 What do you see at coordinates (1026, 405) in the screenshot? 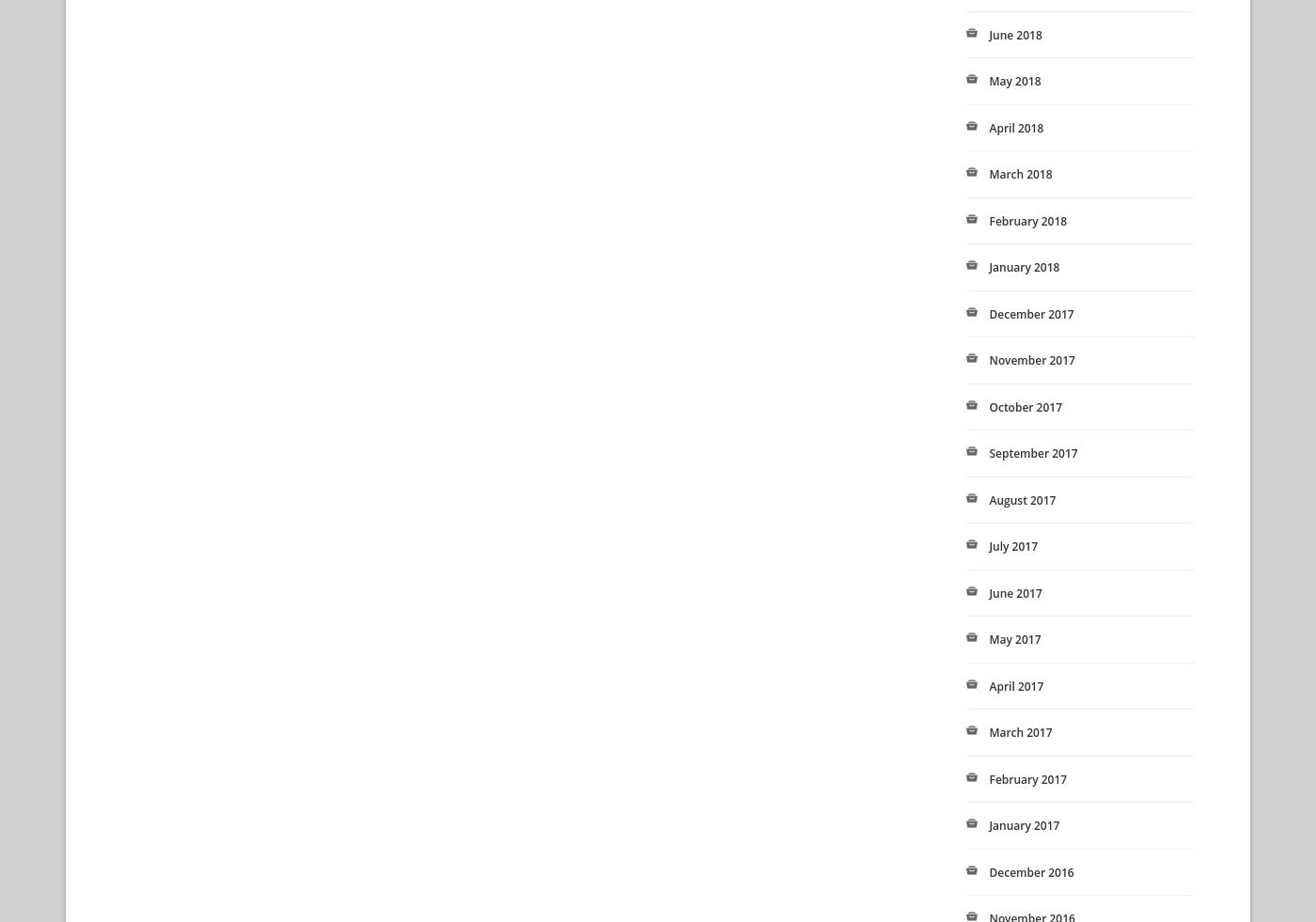
I see `'October 2017'` at bounding box center [1026, 405].